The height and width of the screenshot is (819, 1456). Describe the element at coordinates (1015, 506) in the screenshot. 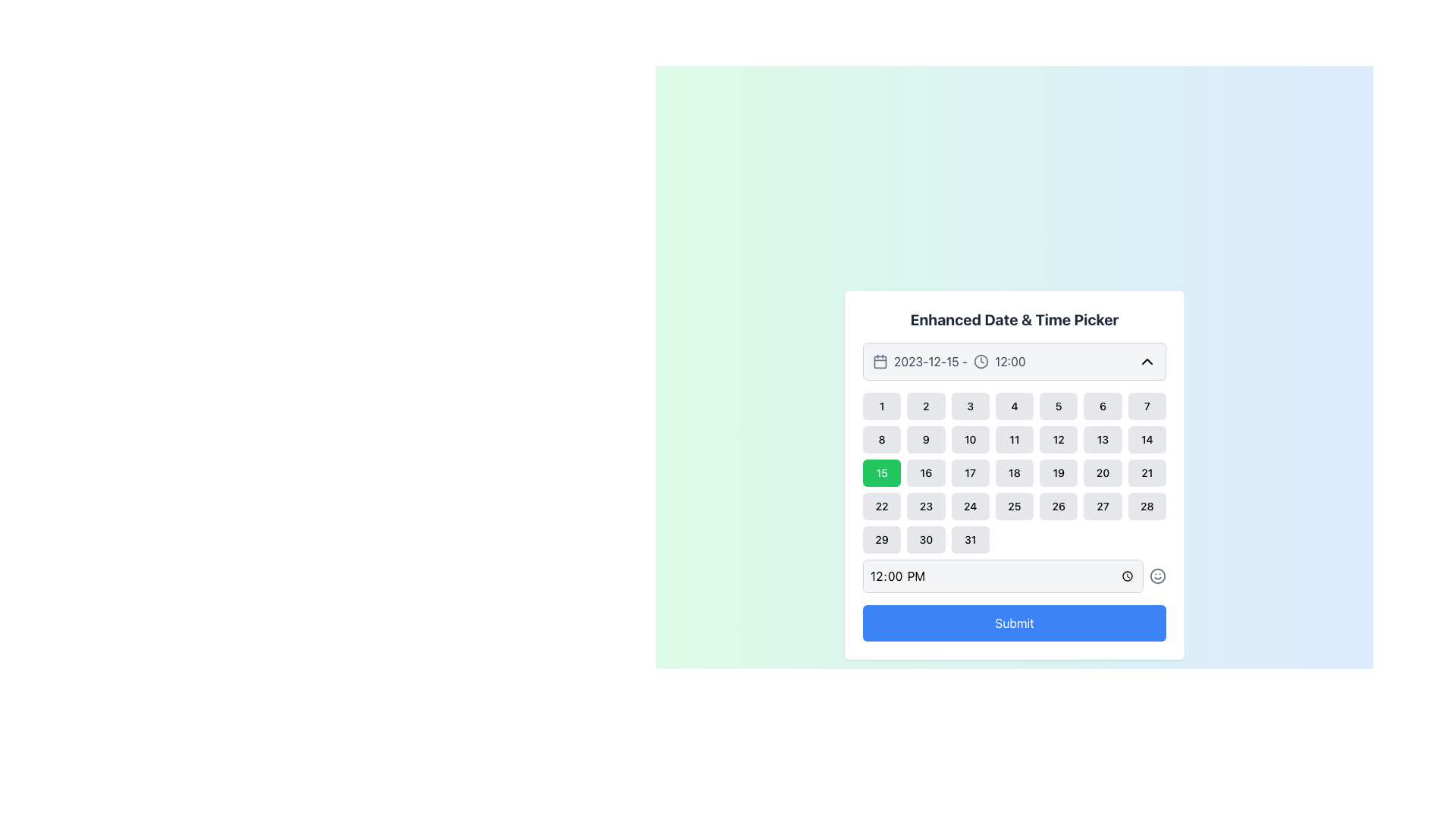

I see `the rounded rectangular button labeled '25' with a light gray background` at that location.